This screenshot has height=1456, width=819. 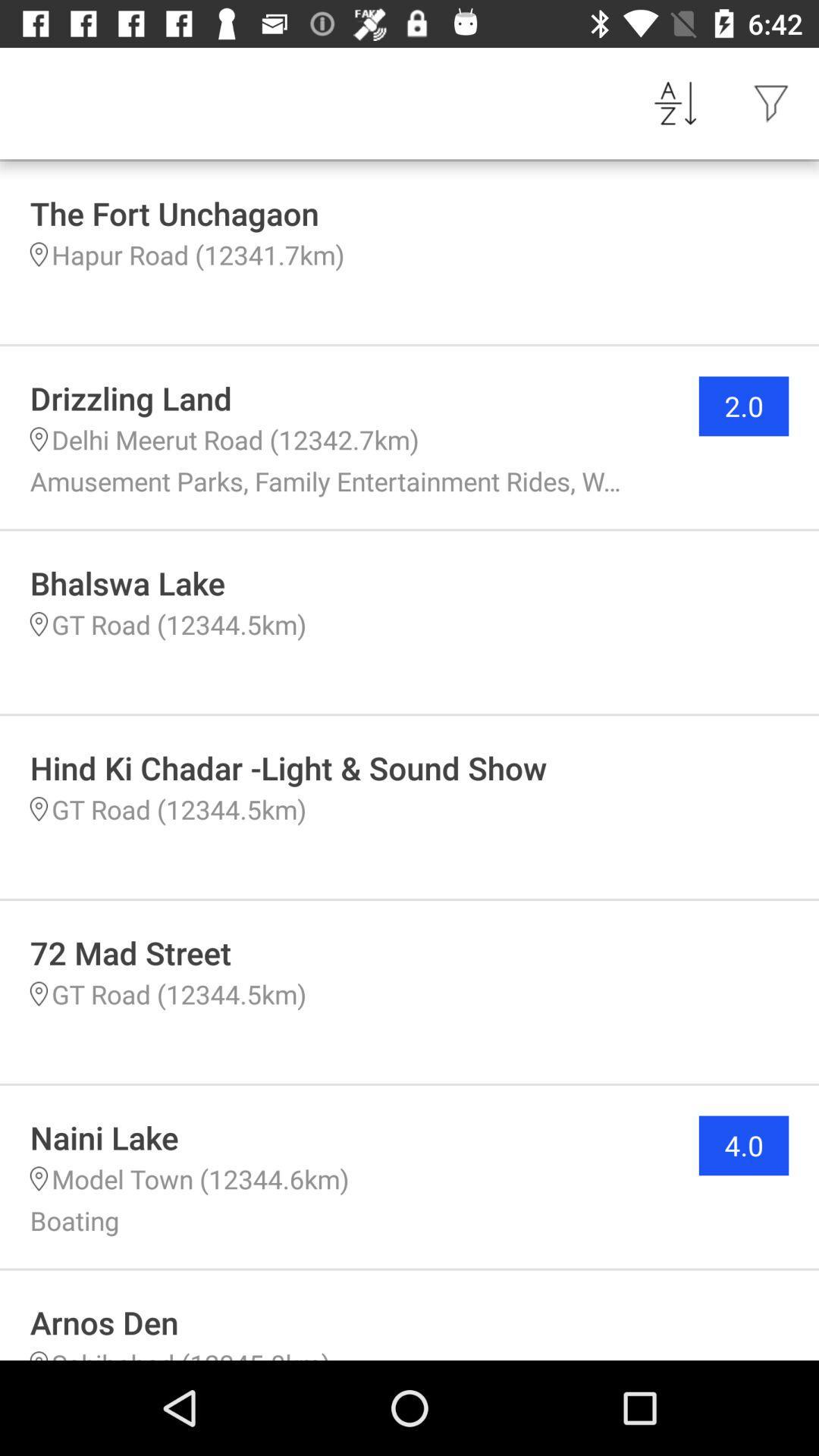 What do you see at coordinates (675, 103) in the screenshot?
I see `the button on left to the top right corner button on the web page` at bounding box center [675, 103].